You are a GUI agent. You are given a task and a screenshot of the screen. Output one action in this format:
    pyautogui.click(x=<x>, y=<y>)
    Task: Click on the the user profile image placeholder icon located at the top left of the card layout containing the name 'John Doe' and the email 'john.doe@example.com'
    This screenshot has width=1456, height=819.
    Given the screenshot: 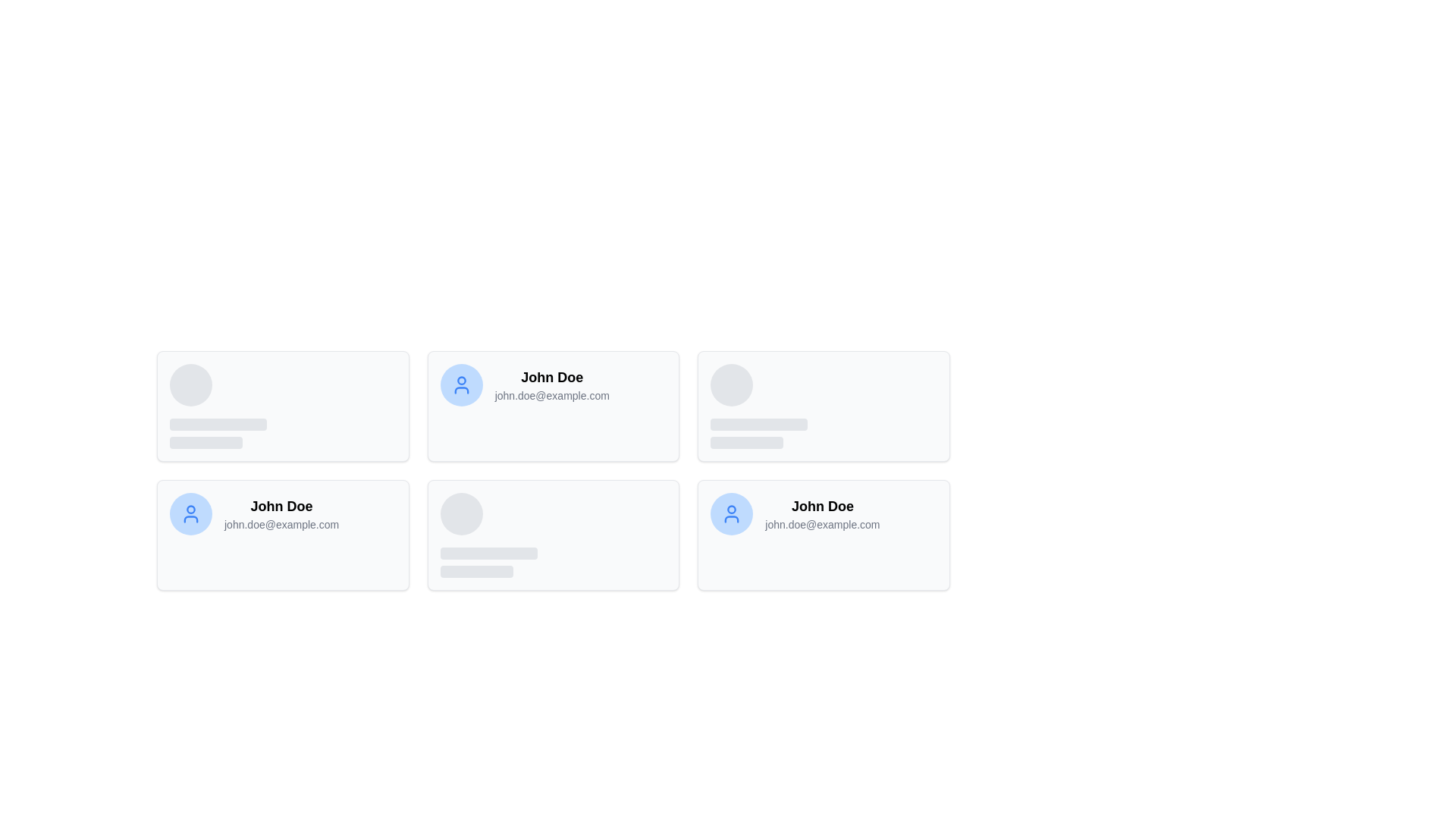 What is the action you would take?
    pyautogui.click(x=732, y=513)
    